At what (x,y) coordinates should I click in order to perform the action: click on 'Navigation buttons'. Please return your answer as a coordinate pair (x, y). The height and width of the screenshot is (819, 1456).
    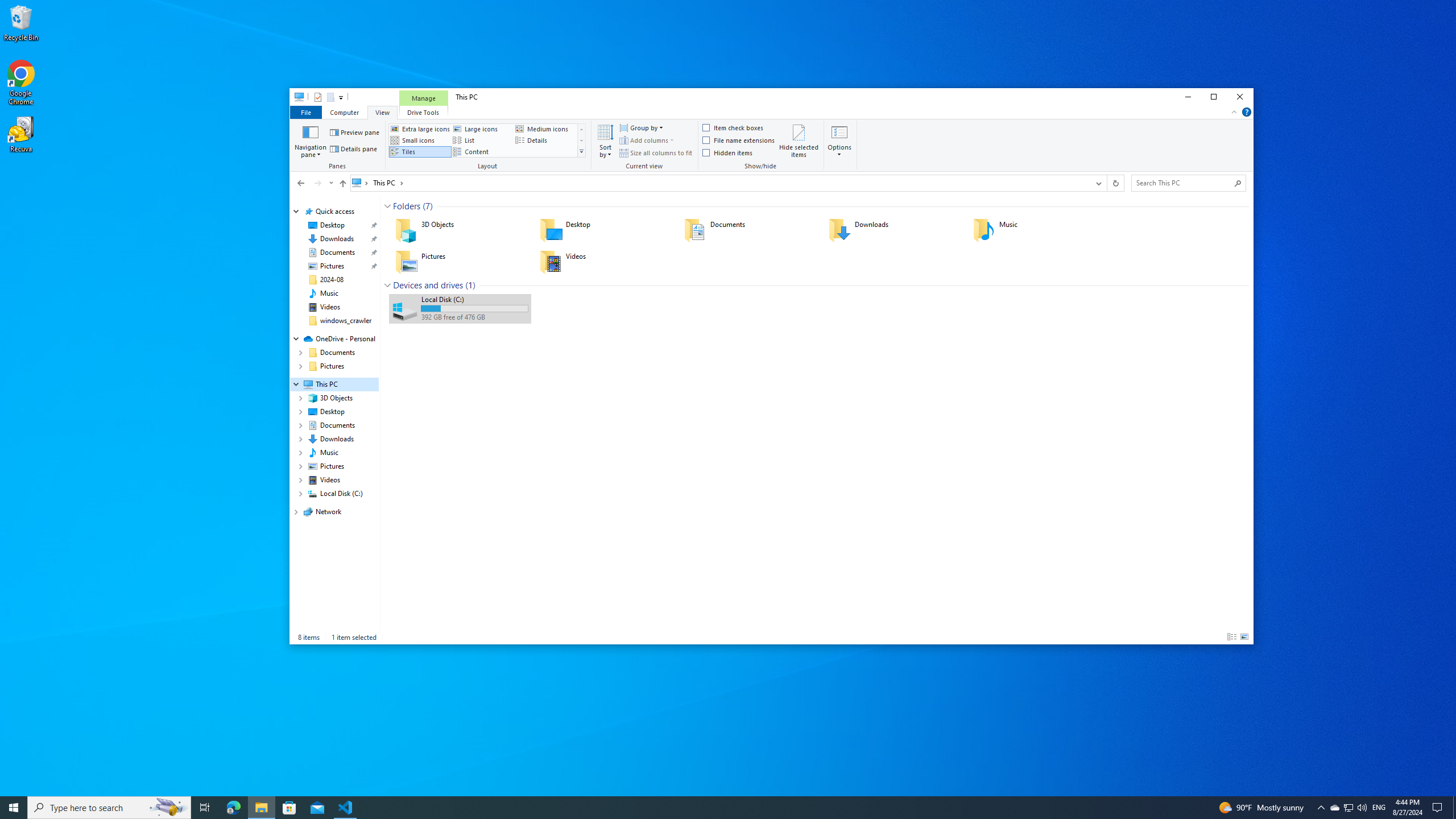
    Looking at the image, I should click on (313, 183).